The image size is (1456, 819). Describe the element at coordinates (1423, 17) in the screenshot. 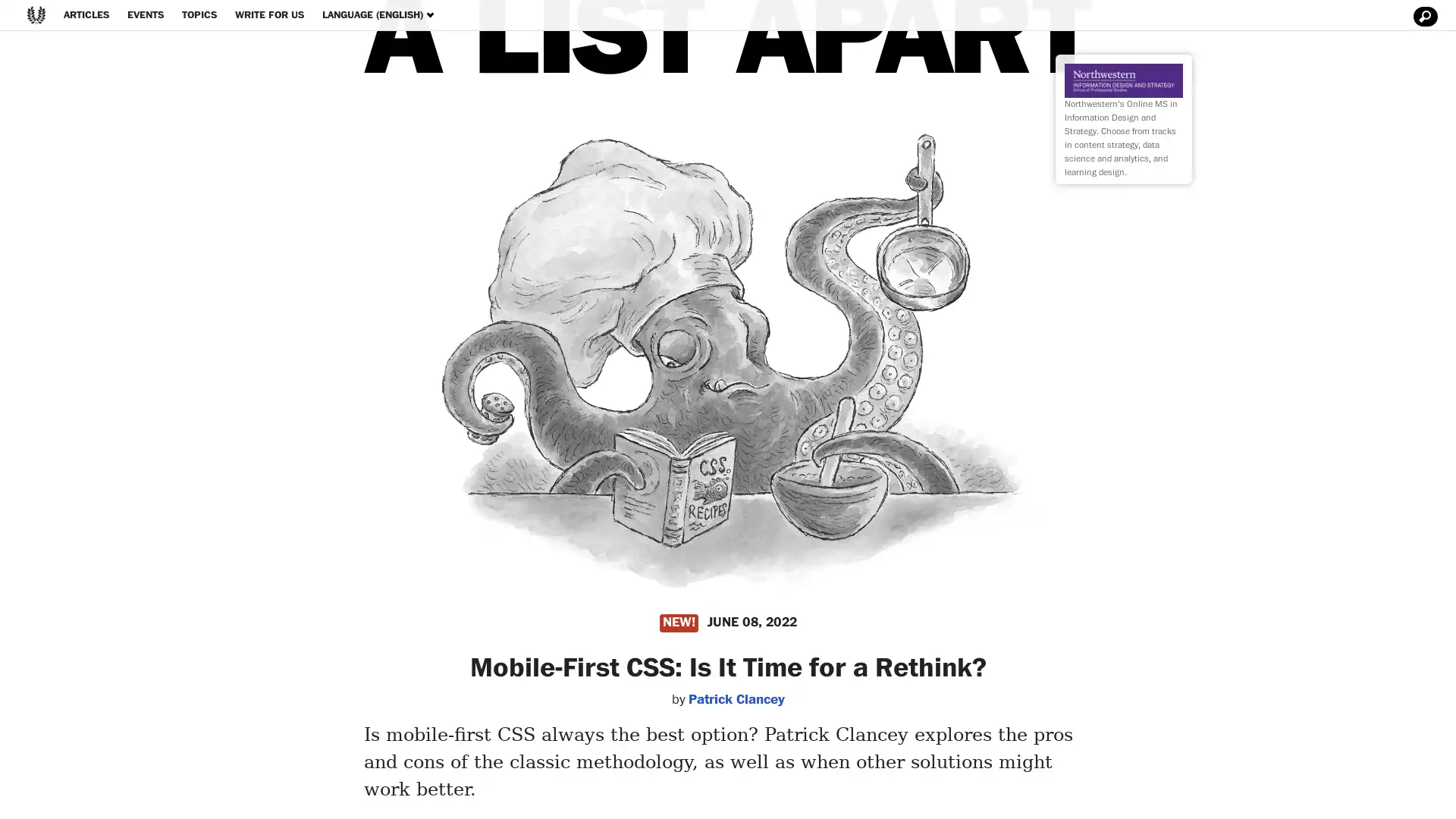

I see `Search` at that location.